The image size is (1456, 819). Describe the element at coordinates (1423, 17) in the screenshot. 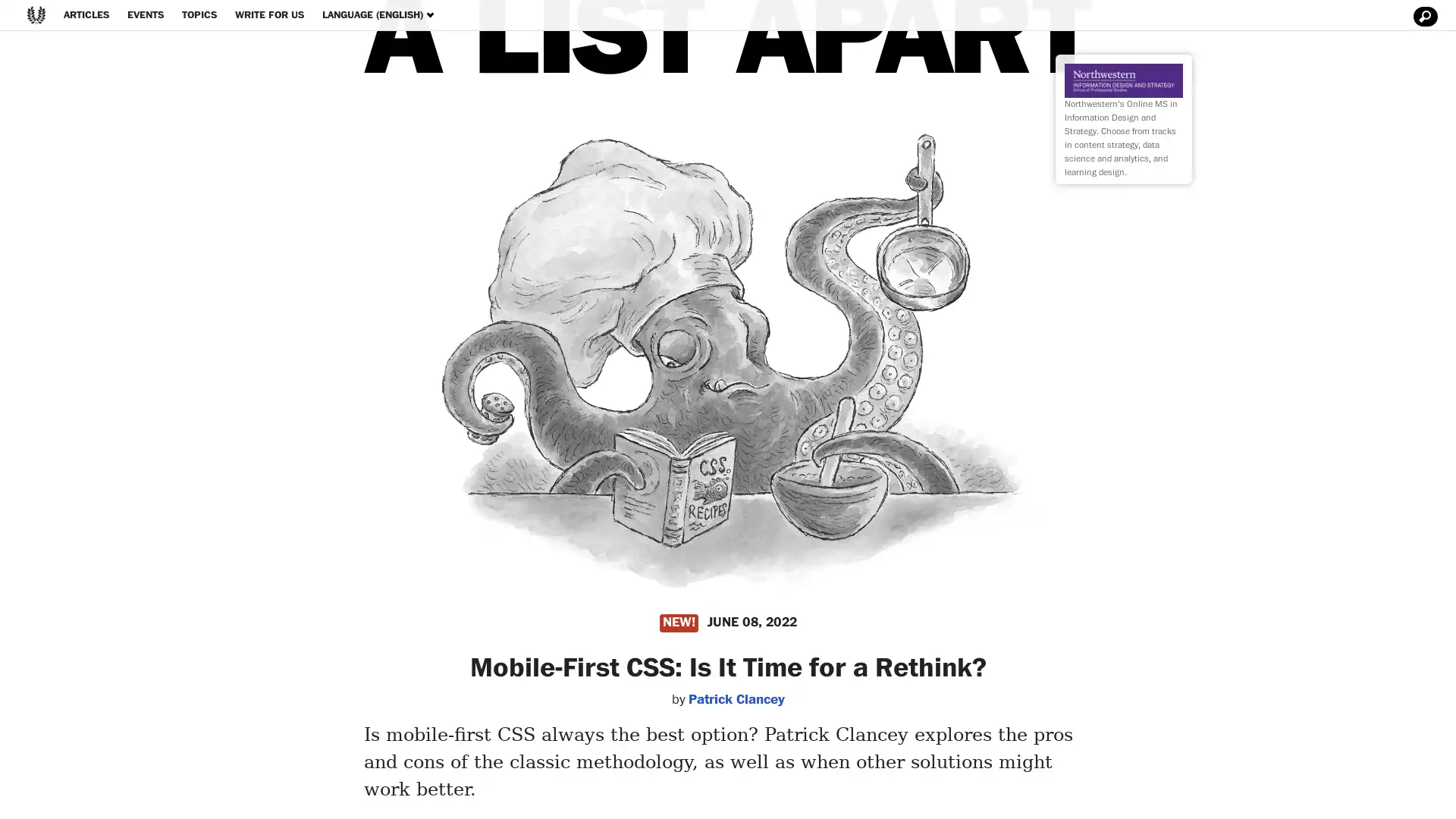

I see `Search` at that location.